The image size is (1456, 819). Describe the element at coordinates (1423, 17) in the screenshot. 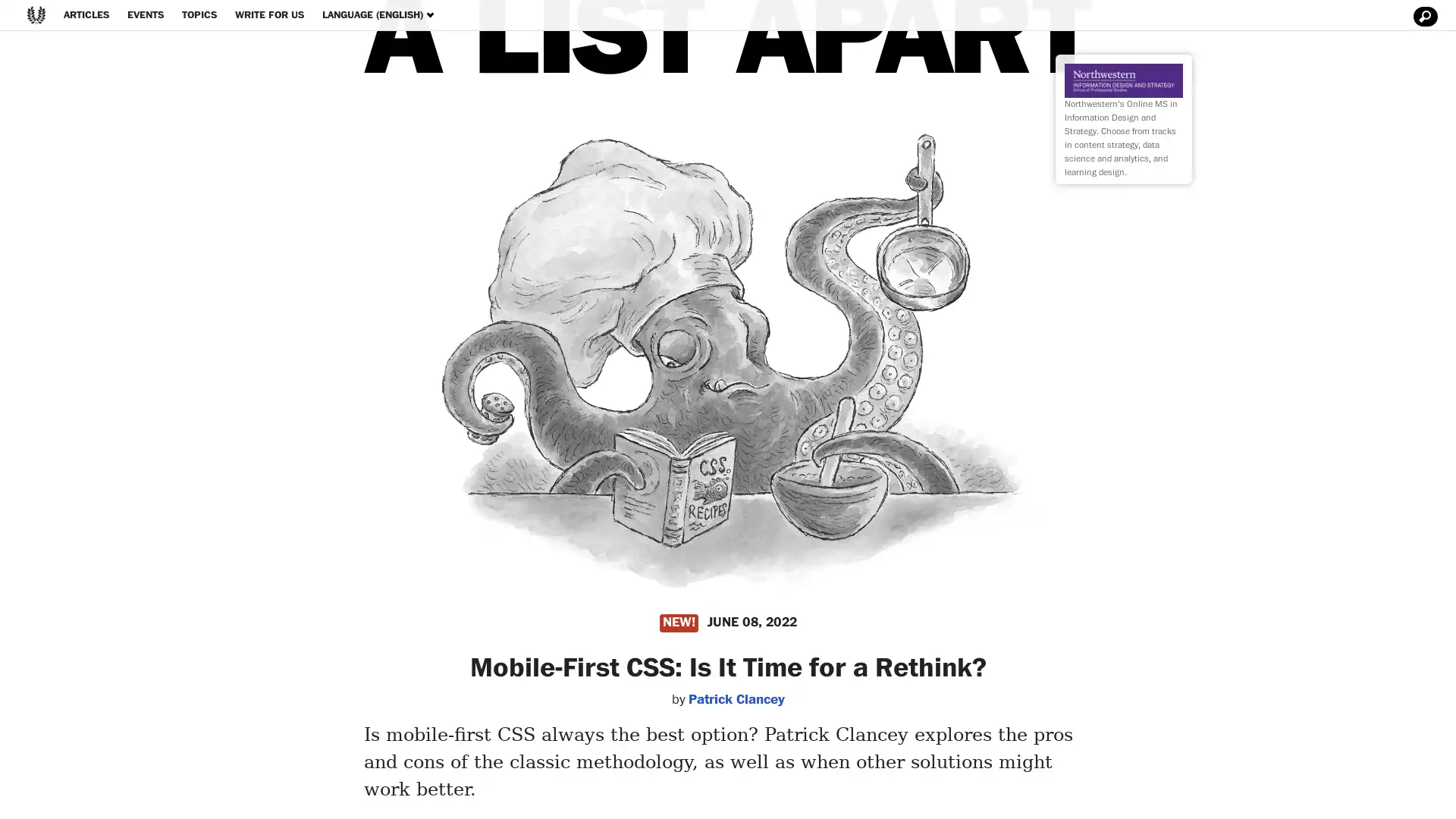

I see `Search` at that location.